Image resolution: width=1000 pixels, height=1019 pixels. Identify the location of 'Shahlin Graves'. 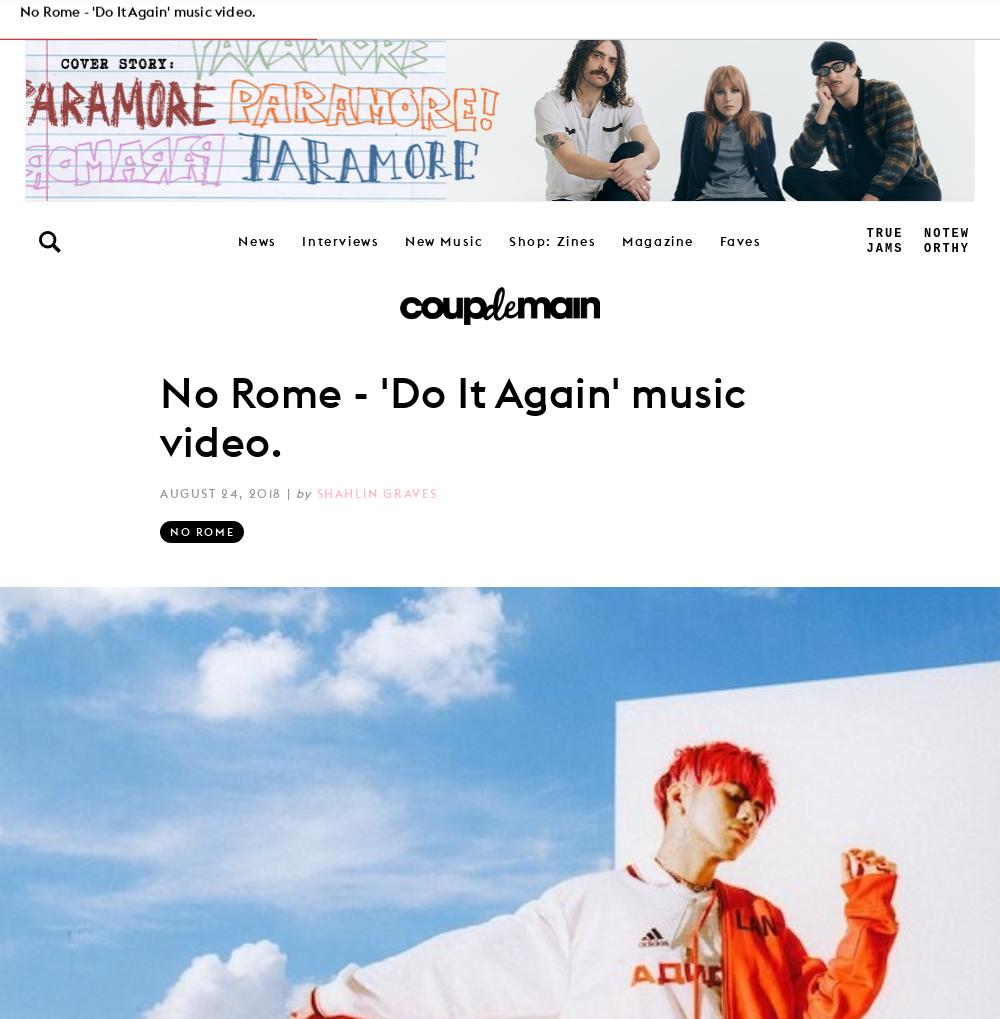
(377, 491).